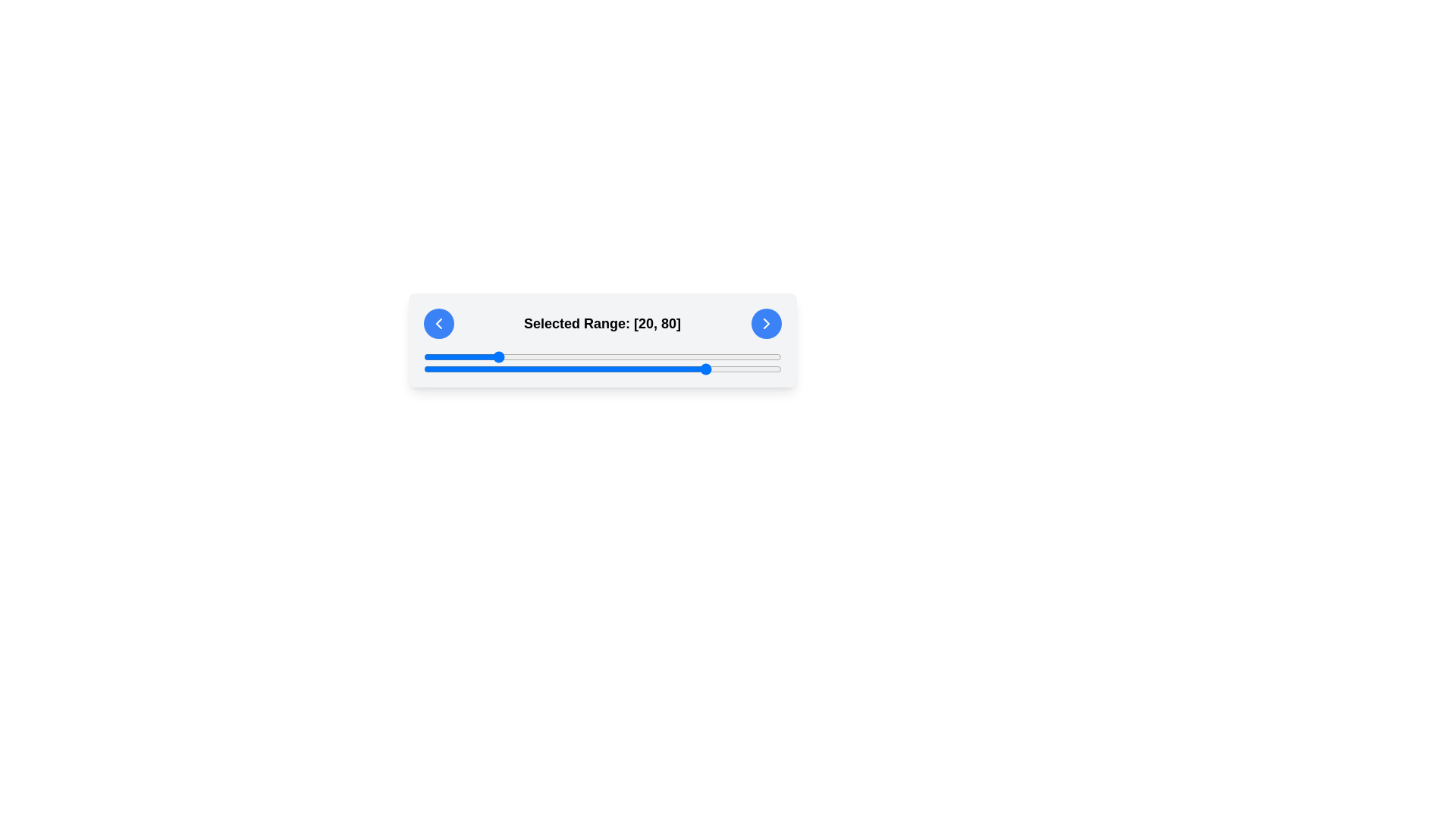  What do you see at coordinates (498, 369) in the screenshot?
I see `the slider` at bounding box center [498, 369].